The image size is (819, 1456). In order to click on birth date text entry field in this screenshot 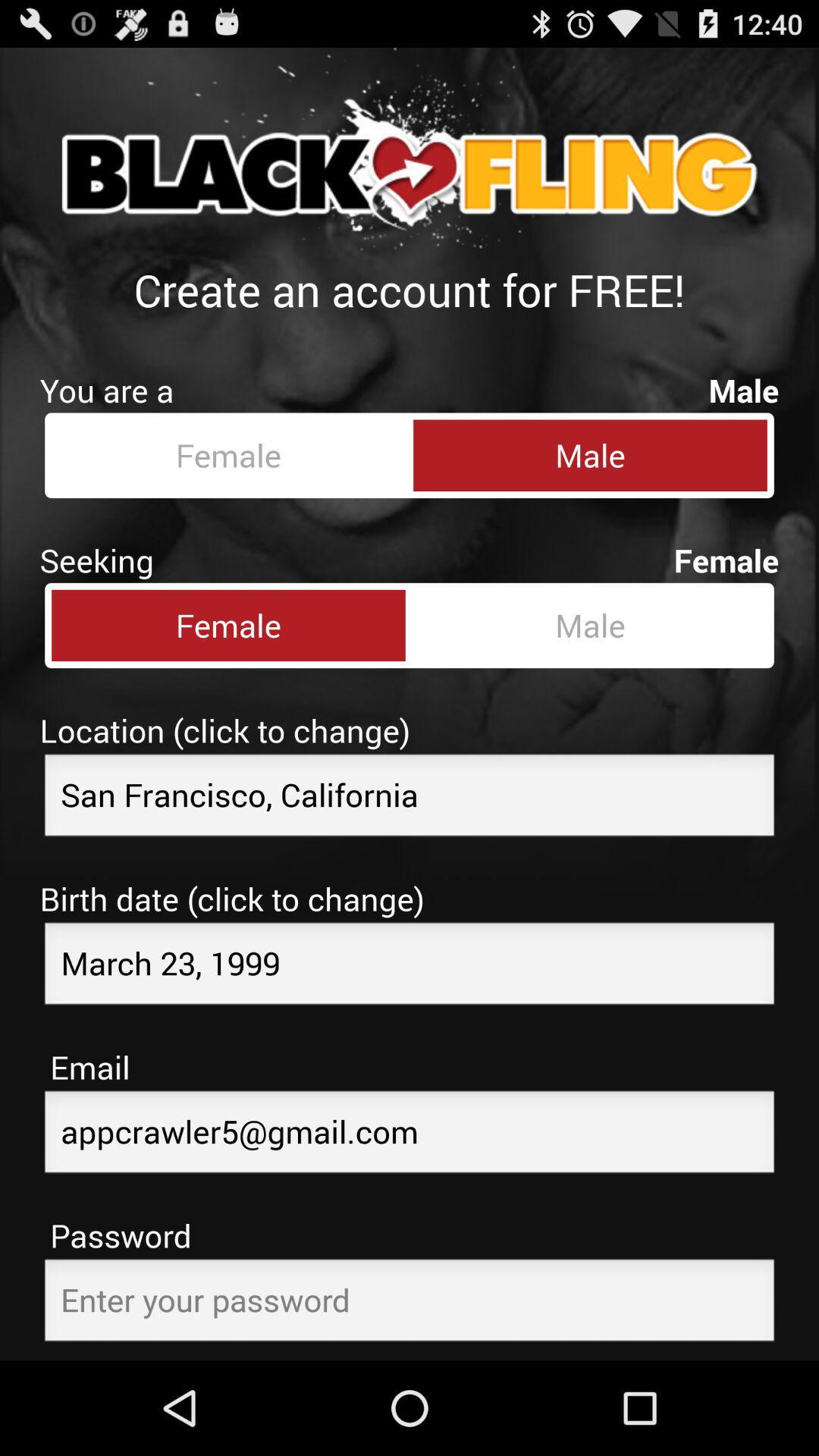, I will do `click(409, 967)`.